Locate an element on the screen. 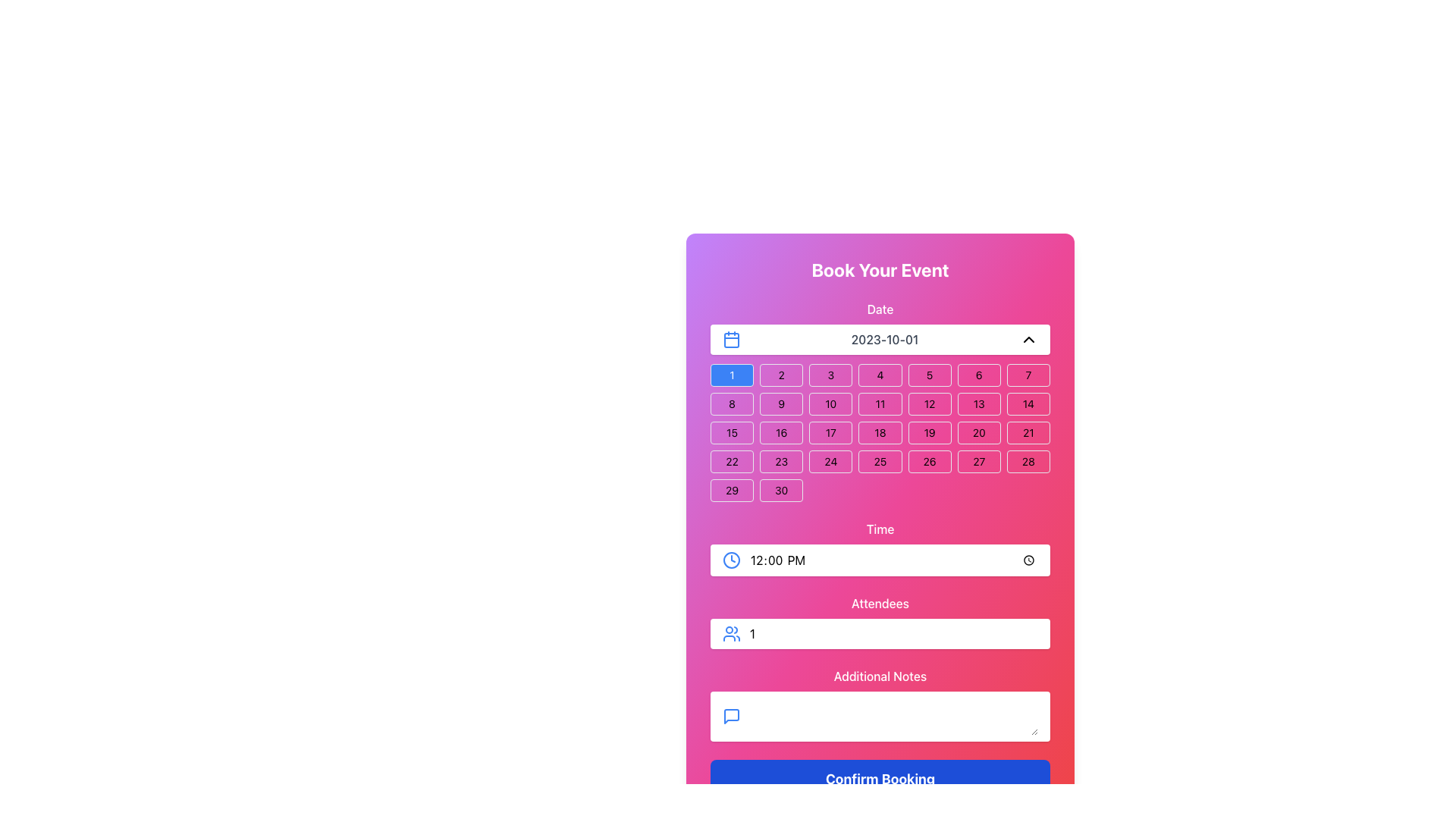  the date in the calendar grid is located at coordinates (880, 432).